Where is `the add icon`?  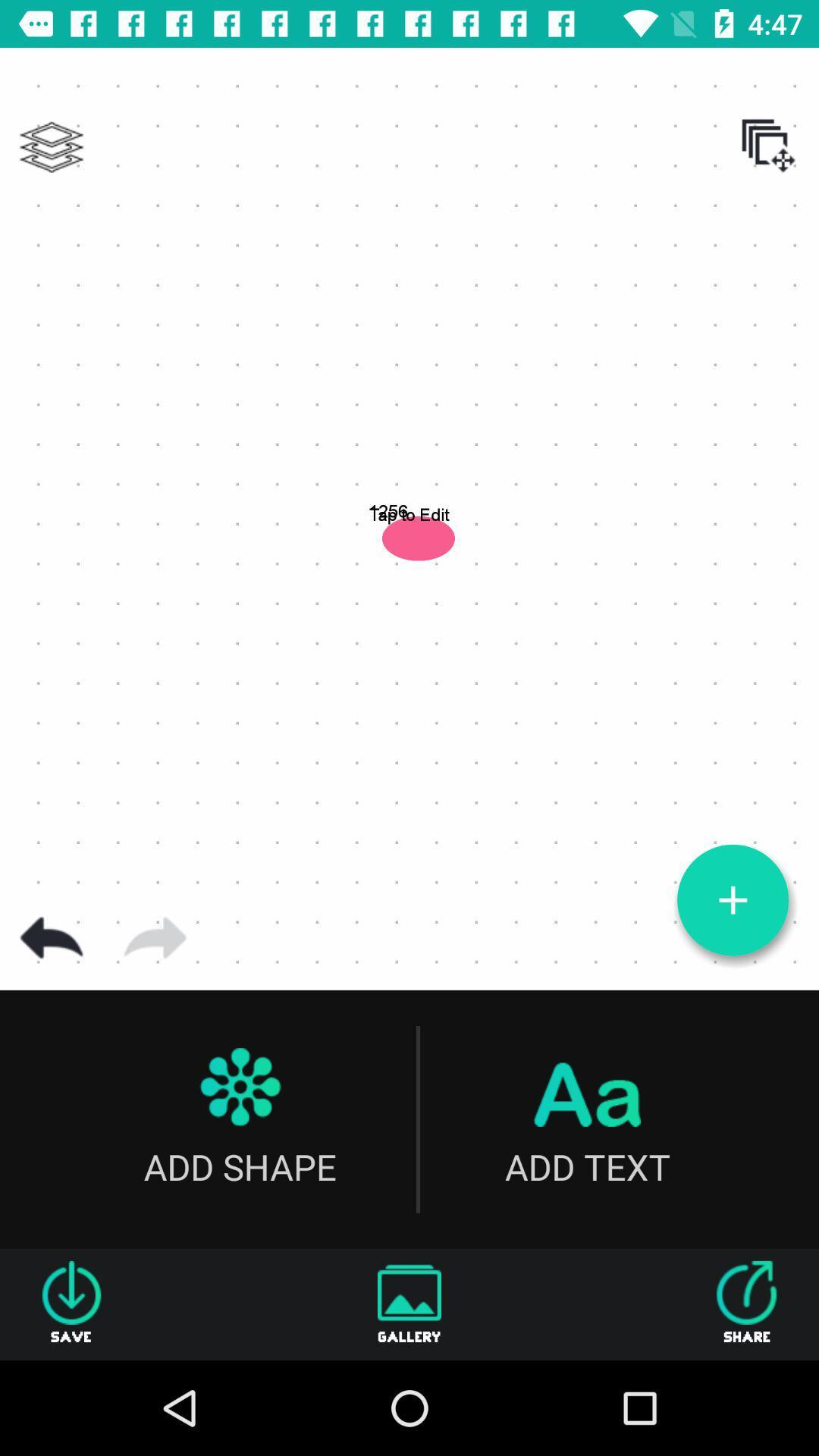
the add icon is located at coordinates (732, 900).